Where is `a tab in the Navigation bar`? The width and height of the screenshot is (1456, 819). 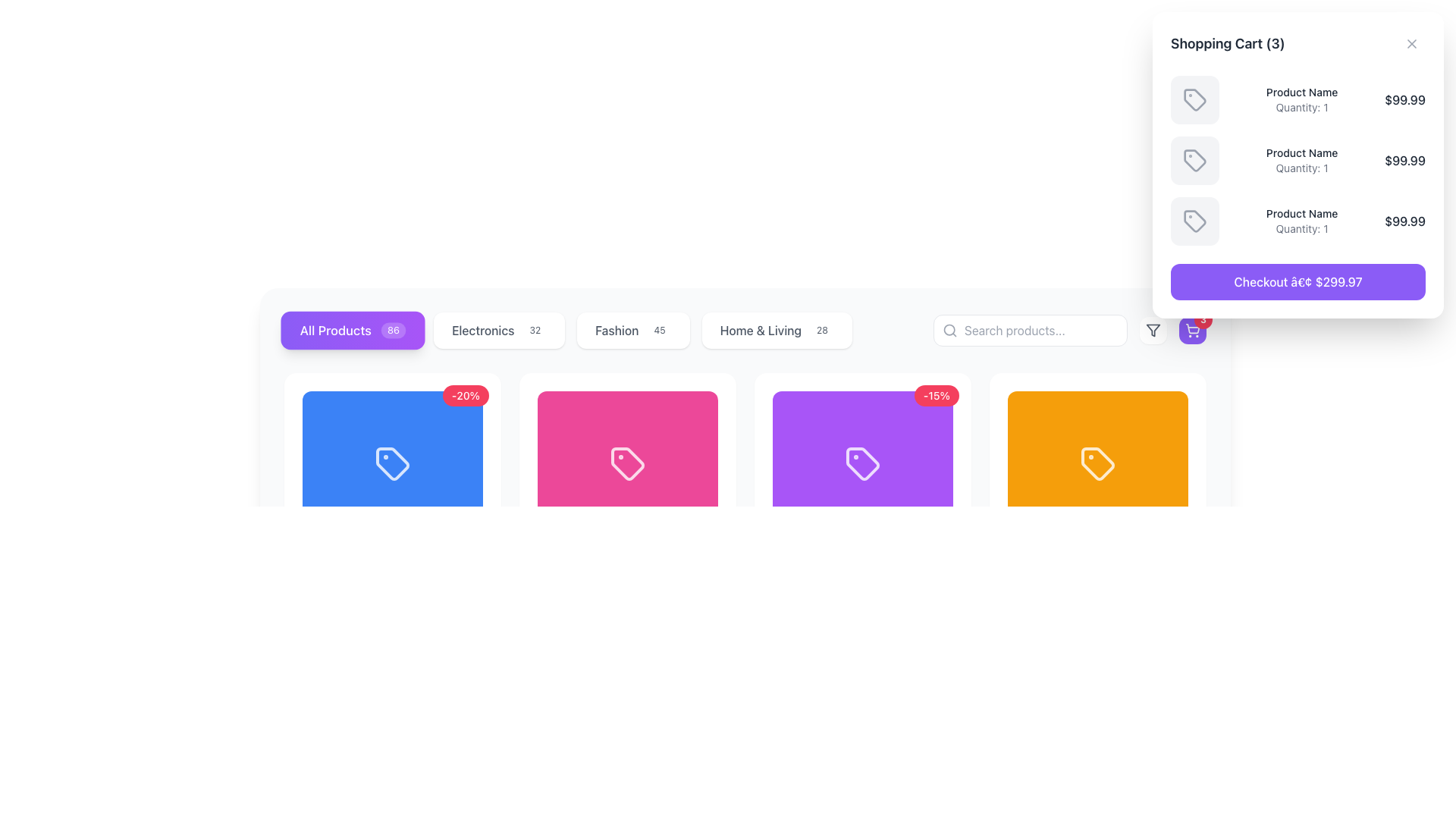
a tab in the Navigation bar is located at coordinates (745, 329).